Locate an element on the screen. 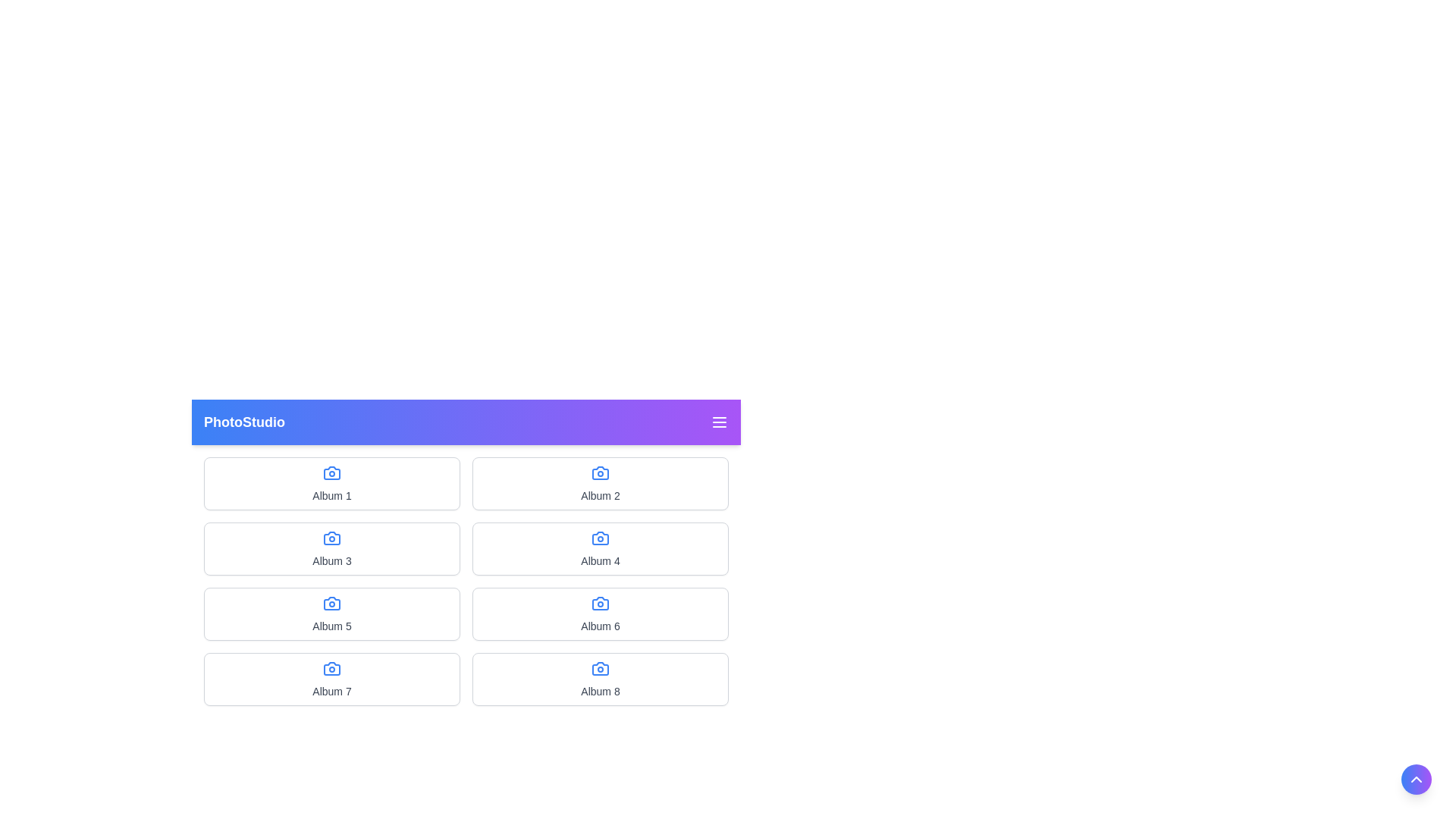 The width and height of the screenshot is (1456, 819). the text label indicating the name or title of the album located in the third card of the left column in the grid layout is located at coordinates (331, 626).